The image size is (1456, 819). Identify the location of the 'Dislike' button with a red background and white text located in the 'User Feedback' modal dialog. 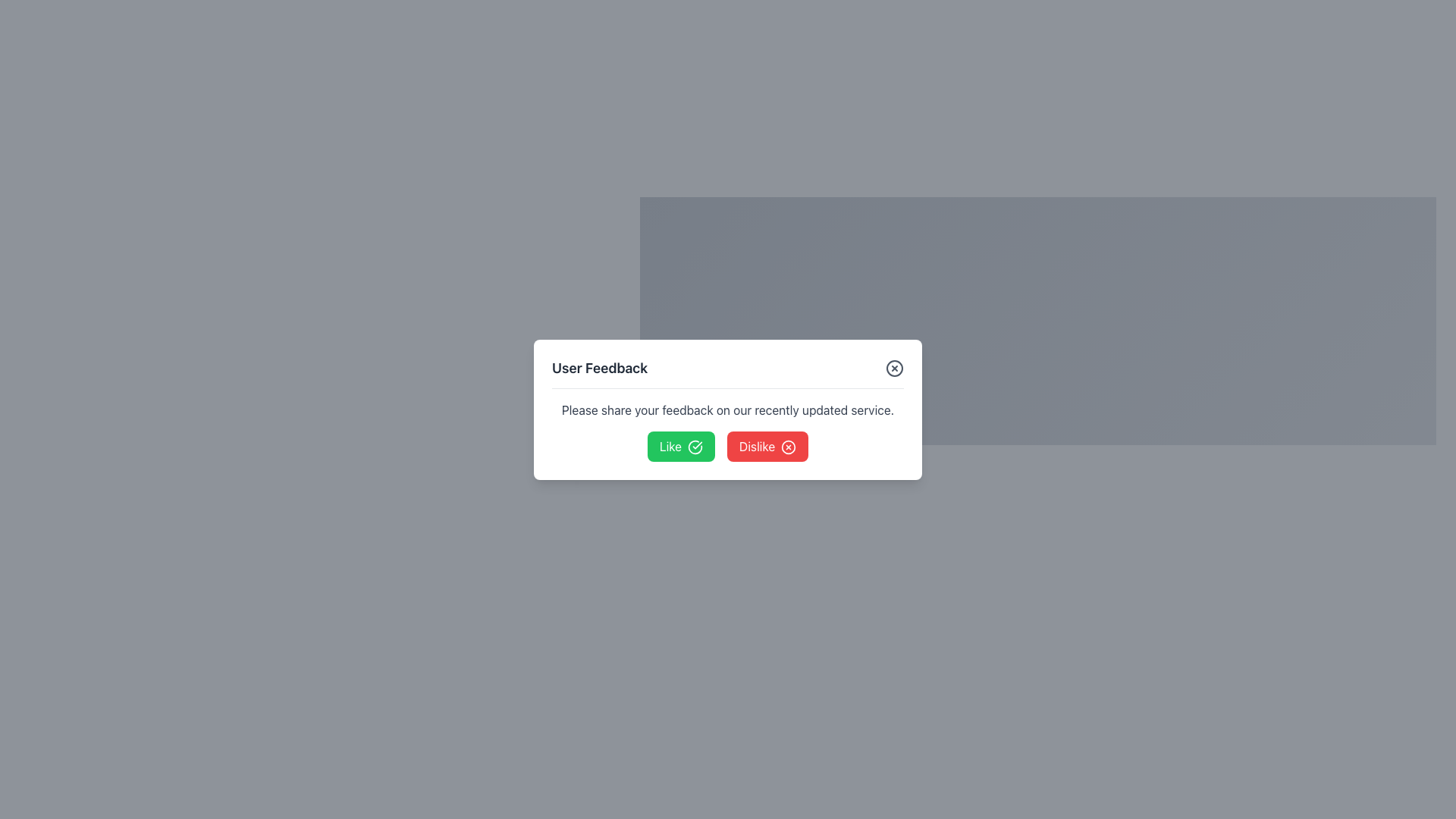
(767, 445).